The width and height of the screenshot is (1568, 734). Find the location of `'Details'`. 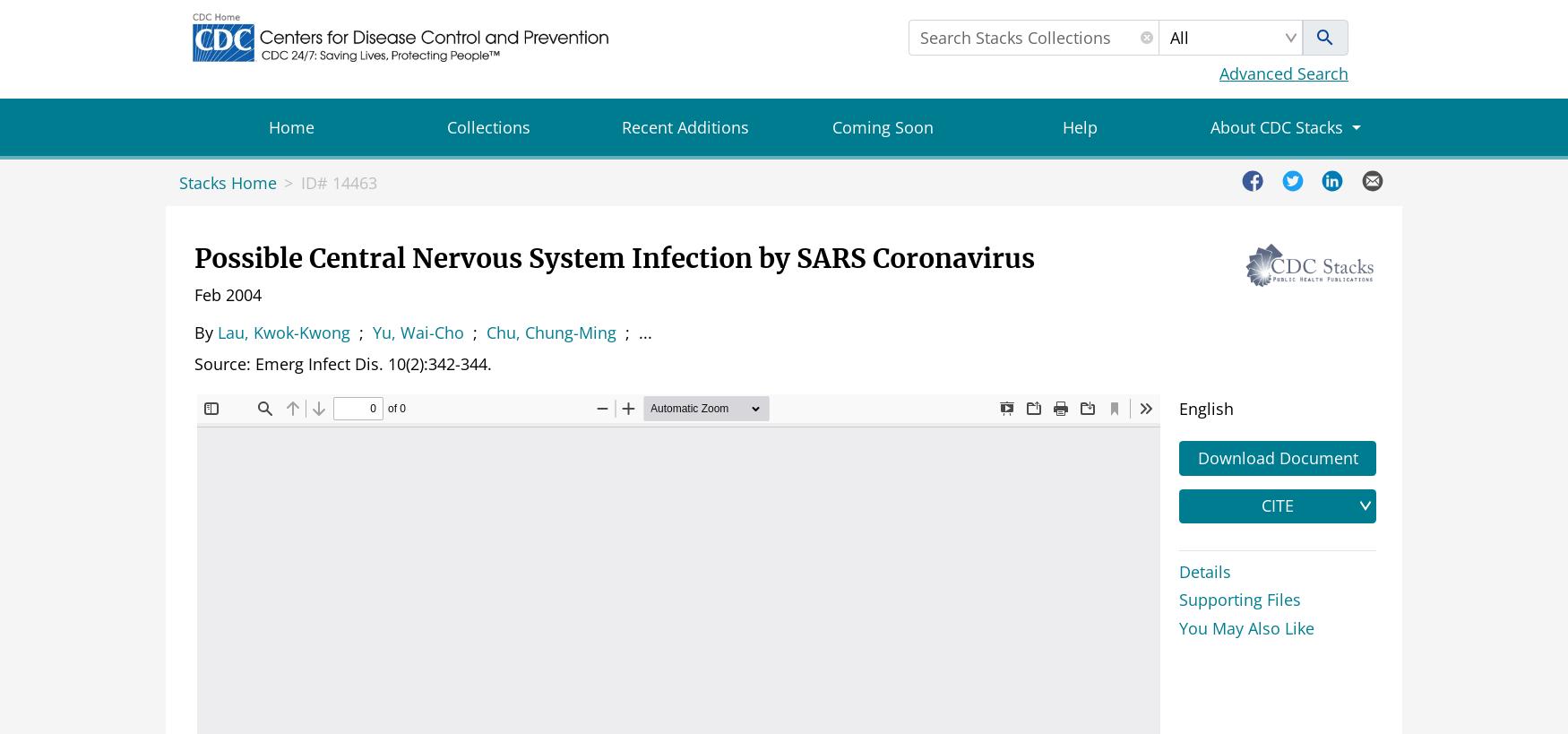

'Details' is located at coordinates (1205, 570).